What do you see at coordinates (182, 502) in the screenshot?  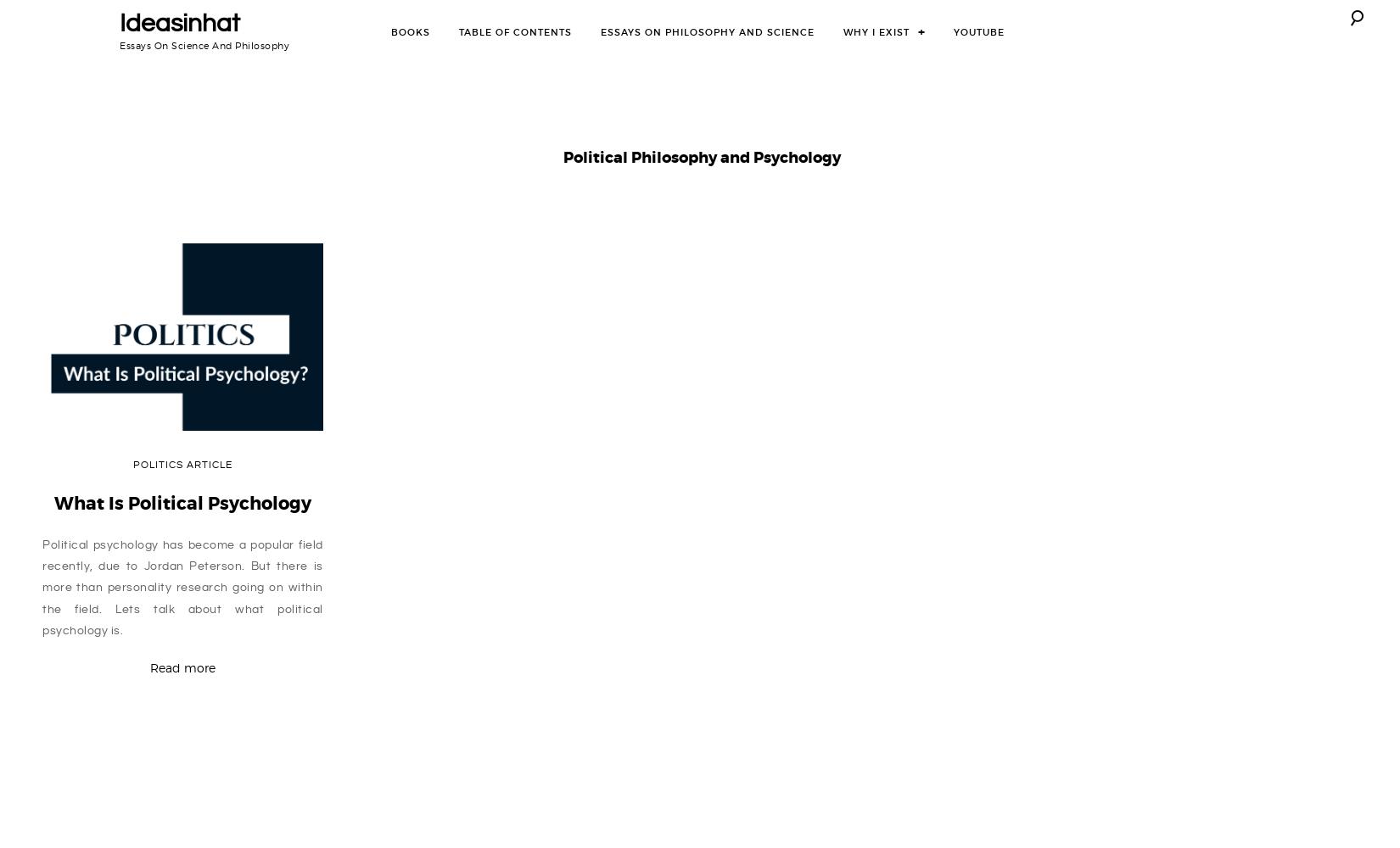 I see `'What Is Political Psychology'` at bounding box center [182, 502].